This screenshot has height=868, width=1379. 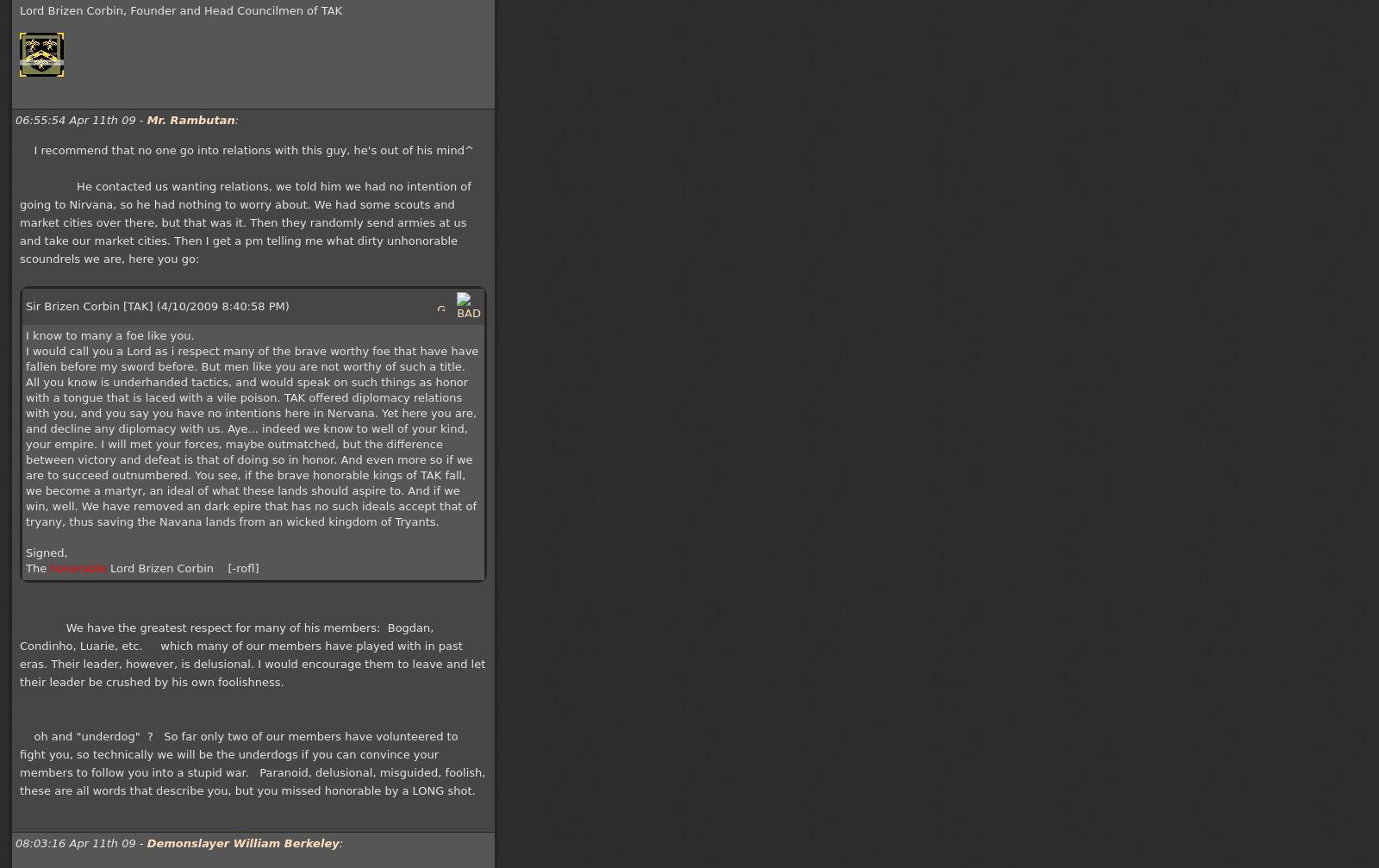 What do you see at coordinates (109, 335) in the screenshot?
I see `'I know to many a foe like you.'` at bounding box center [109, 335].